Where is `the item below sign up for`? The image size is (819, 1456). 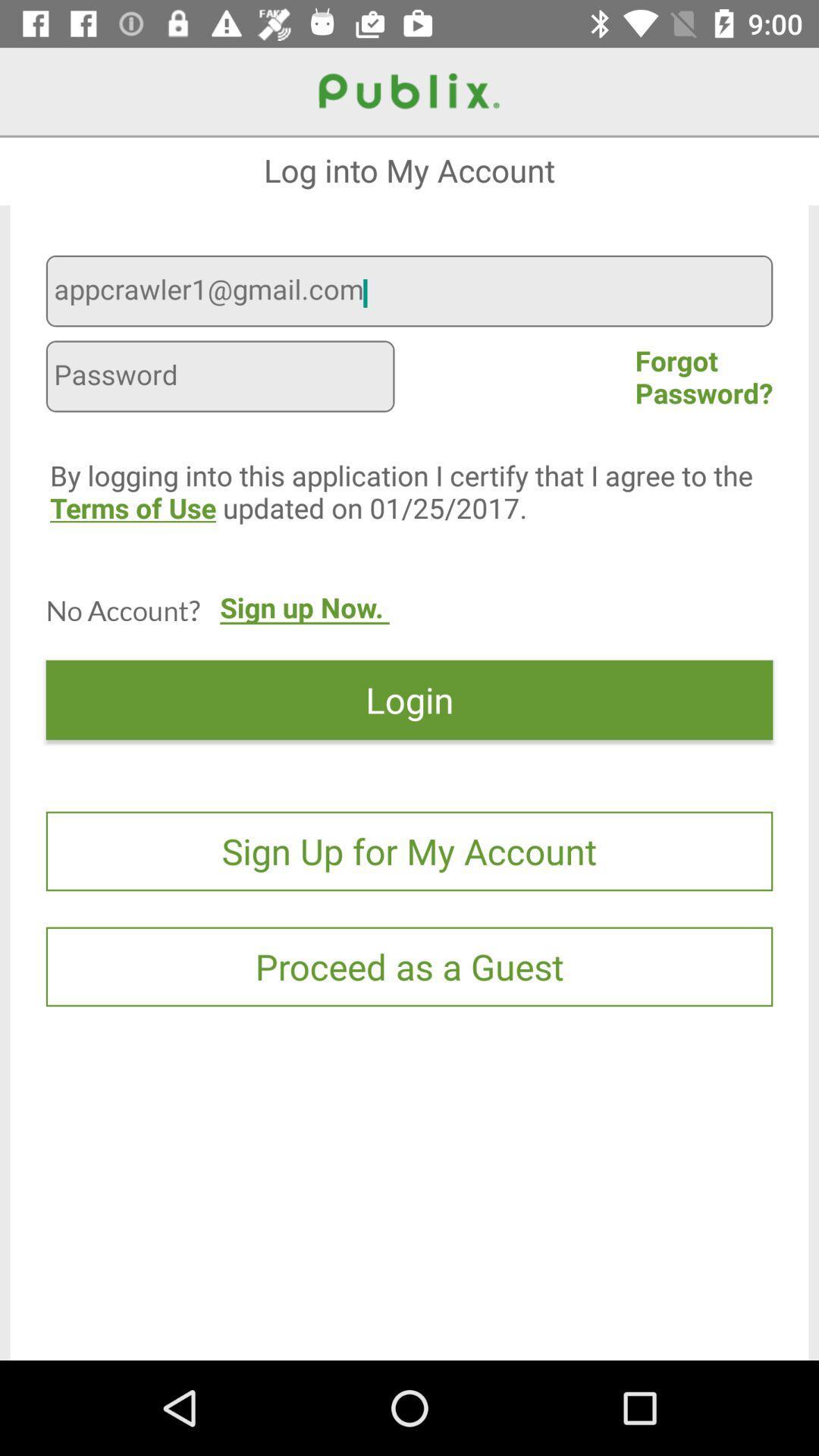
the item below sign up for is located at coordinates (409, 966).